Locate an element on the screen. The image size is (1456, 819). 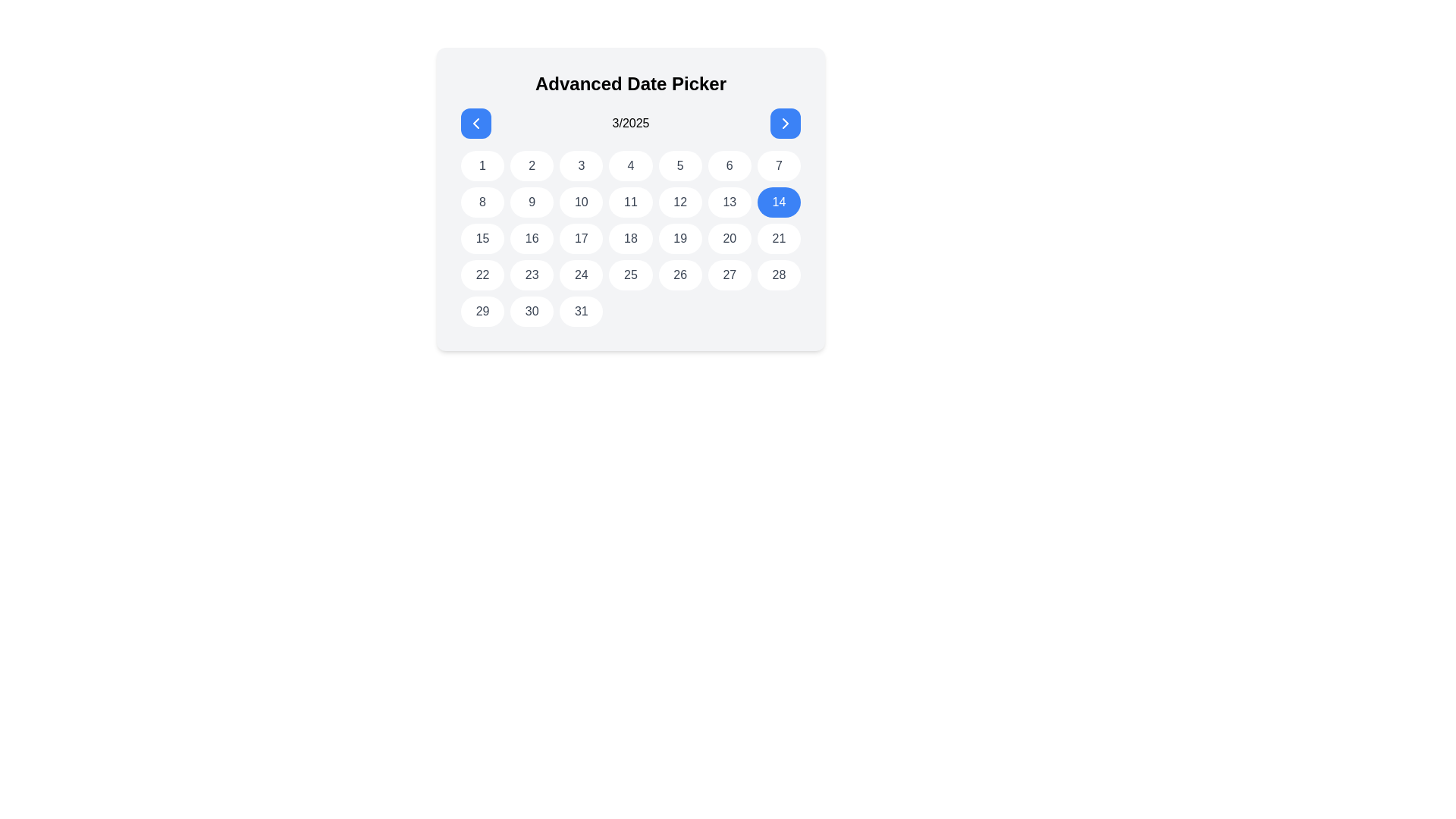
the button representing the fourth day of the month is located at coordinates (630, 166).